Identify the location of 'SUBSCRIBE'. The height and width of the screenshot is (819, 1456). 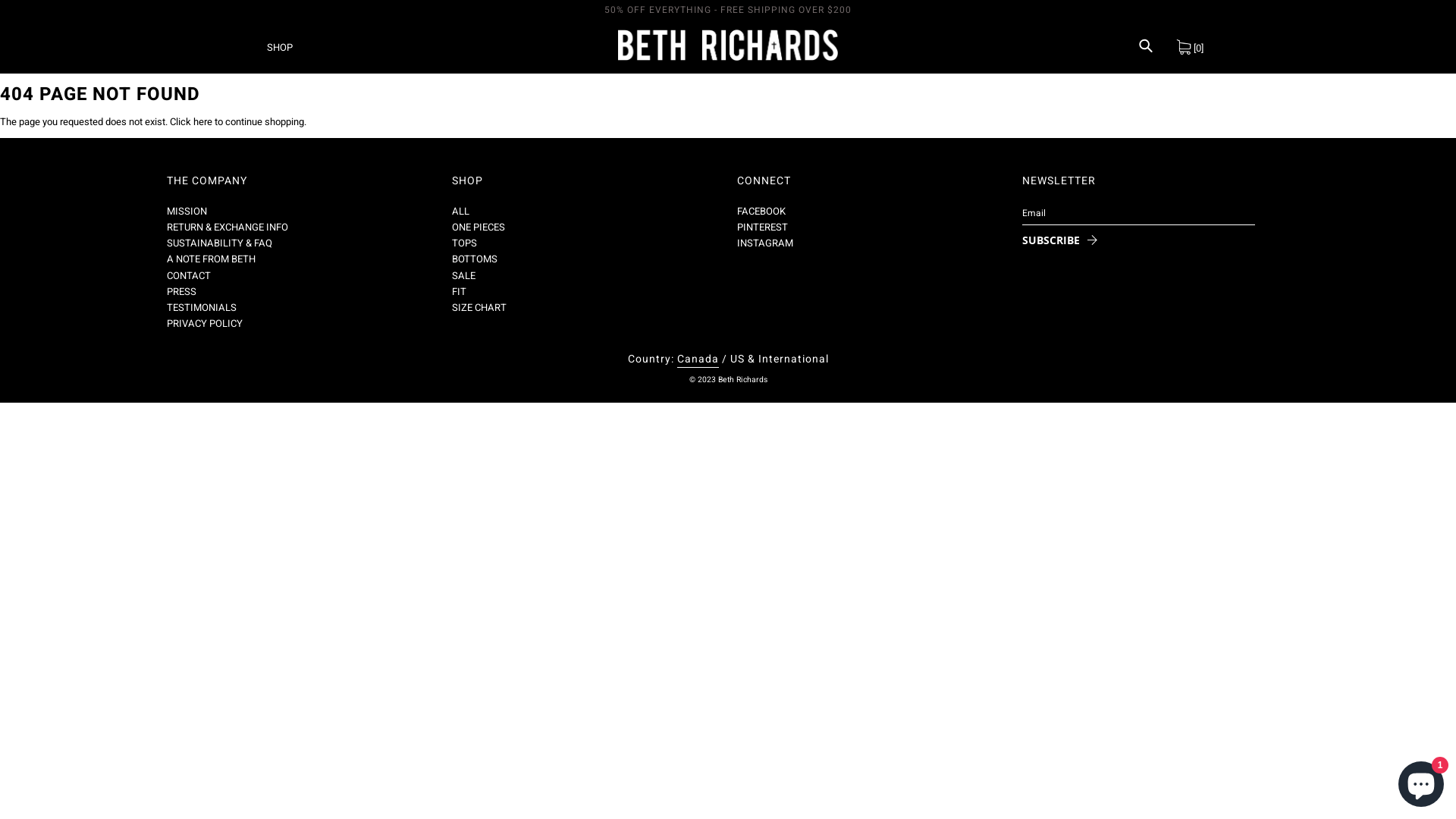
(1054, 239).